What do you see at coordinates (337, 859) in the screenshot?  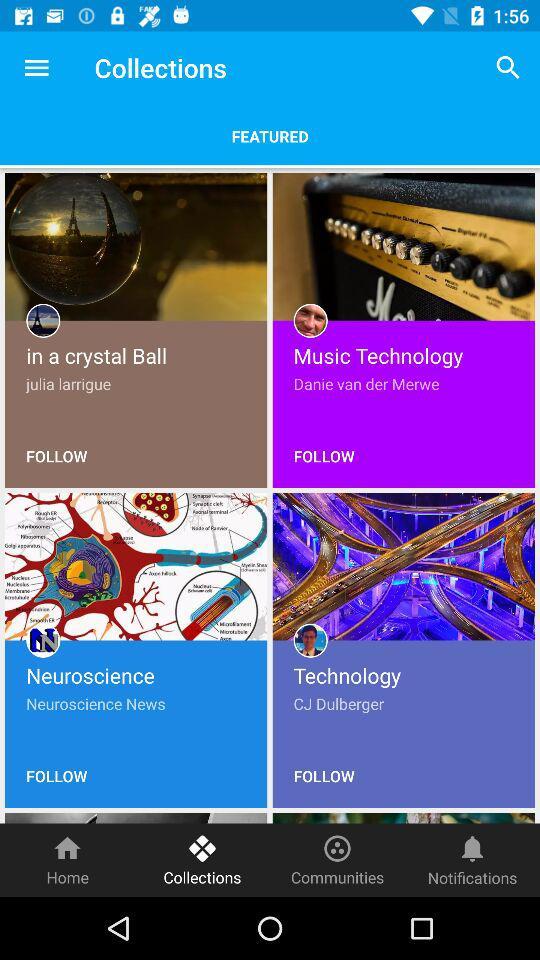 I see `item next to the notifications` at bounding box center [337, 859].